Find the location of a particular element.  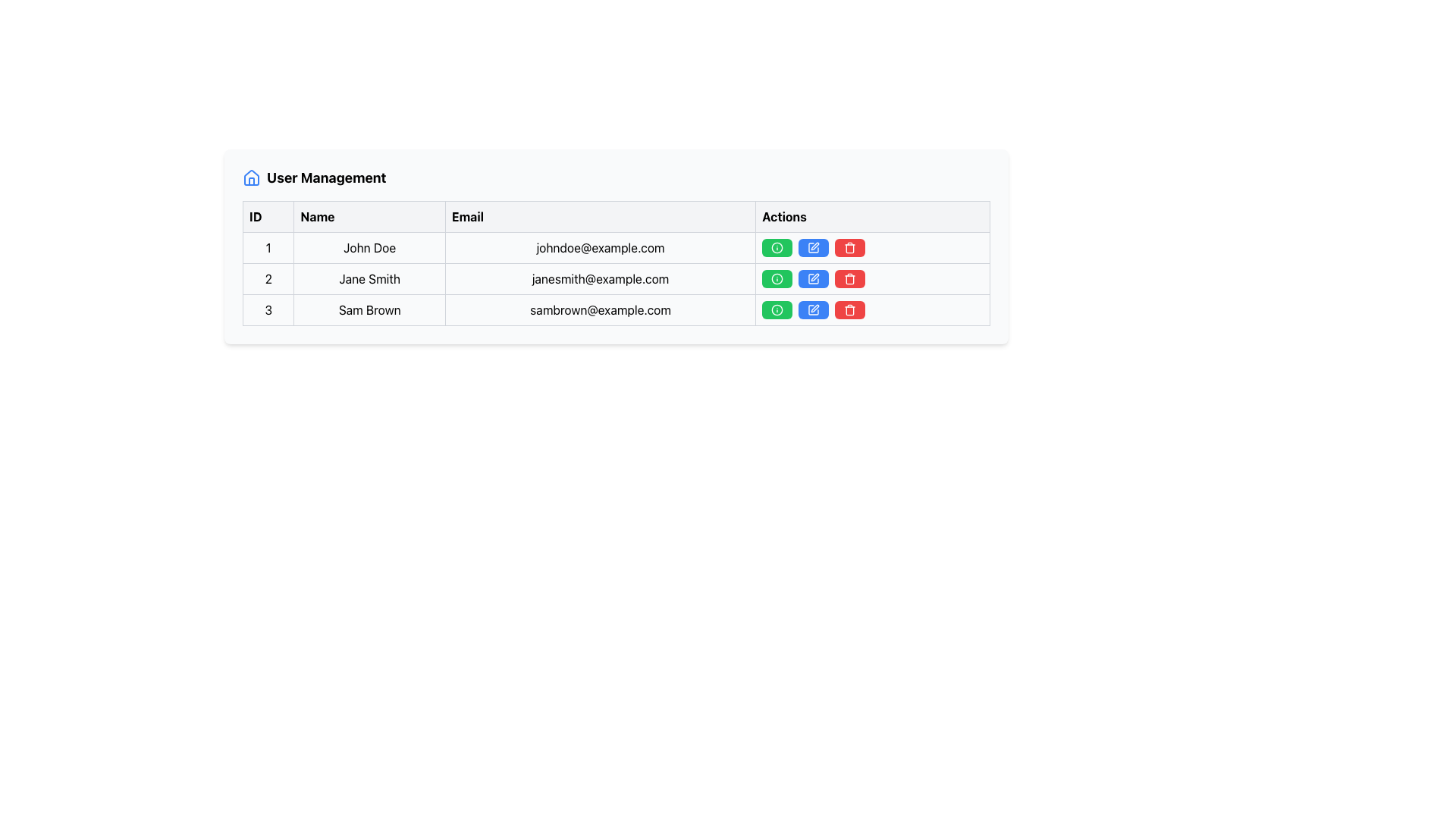

the square frame icon in the 'Actions' column for Jane Smith in the user management table is located at coordinates (813, 309).